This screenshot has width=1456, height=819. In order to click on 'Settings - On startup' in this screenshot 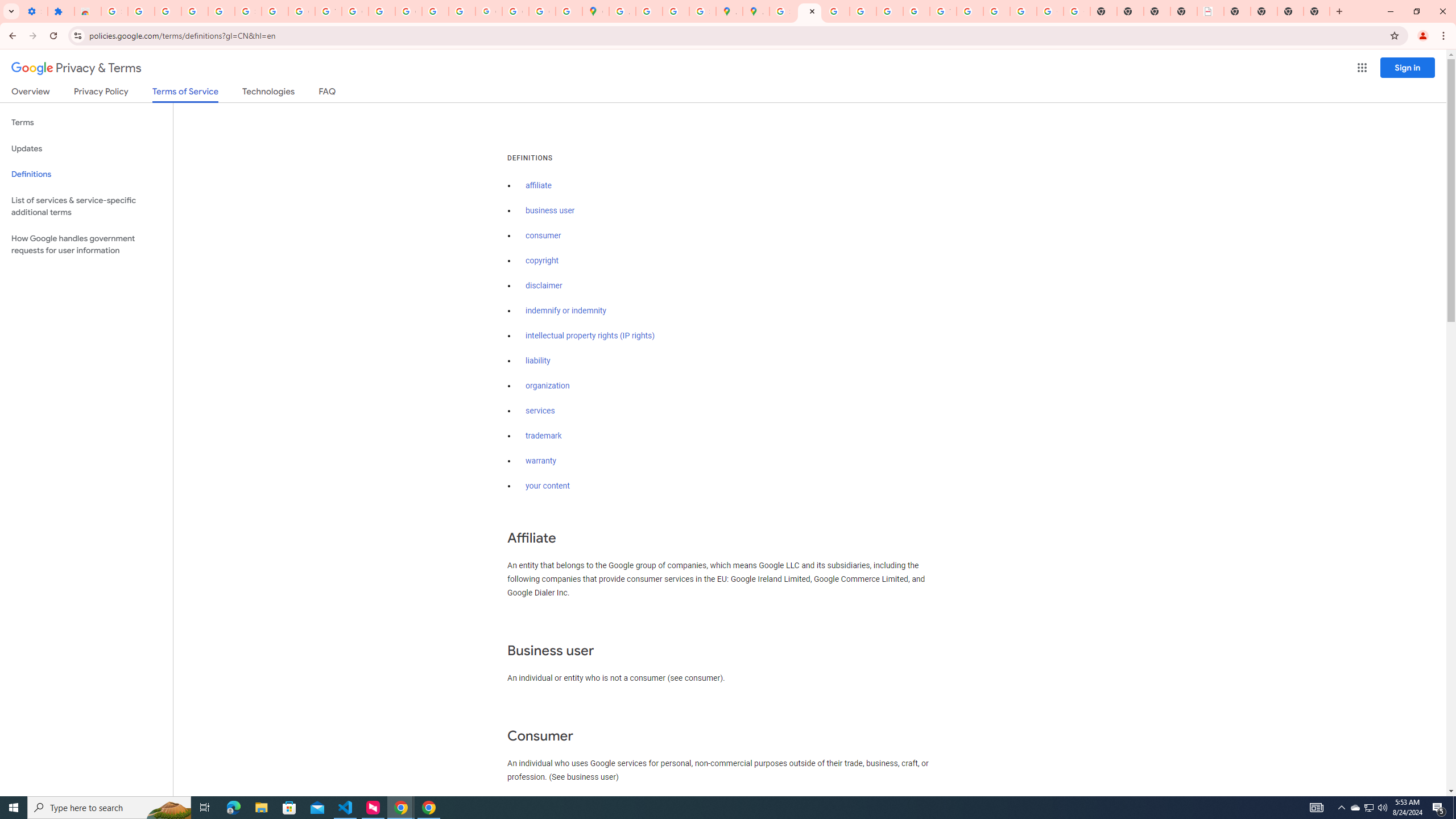, I will do `click(34, 11)`.